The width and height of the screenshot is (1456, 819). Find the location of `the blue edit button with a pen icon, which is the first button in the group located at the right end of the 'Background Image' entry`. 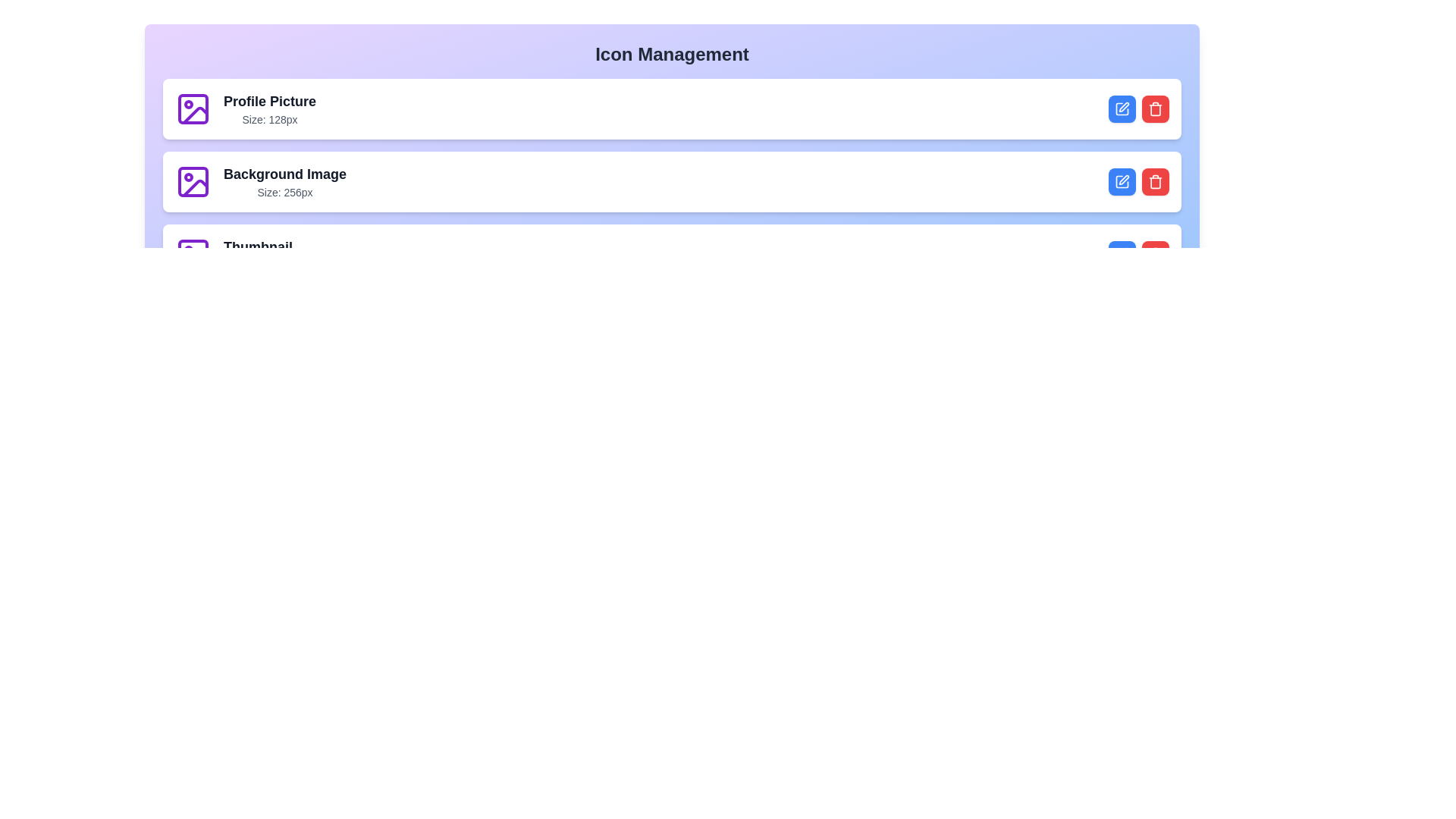

the blue edit button with a pen icon, which is the first button in the group located at the right end of the 'Background Image' entry is located at coordinates (1122, 180).